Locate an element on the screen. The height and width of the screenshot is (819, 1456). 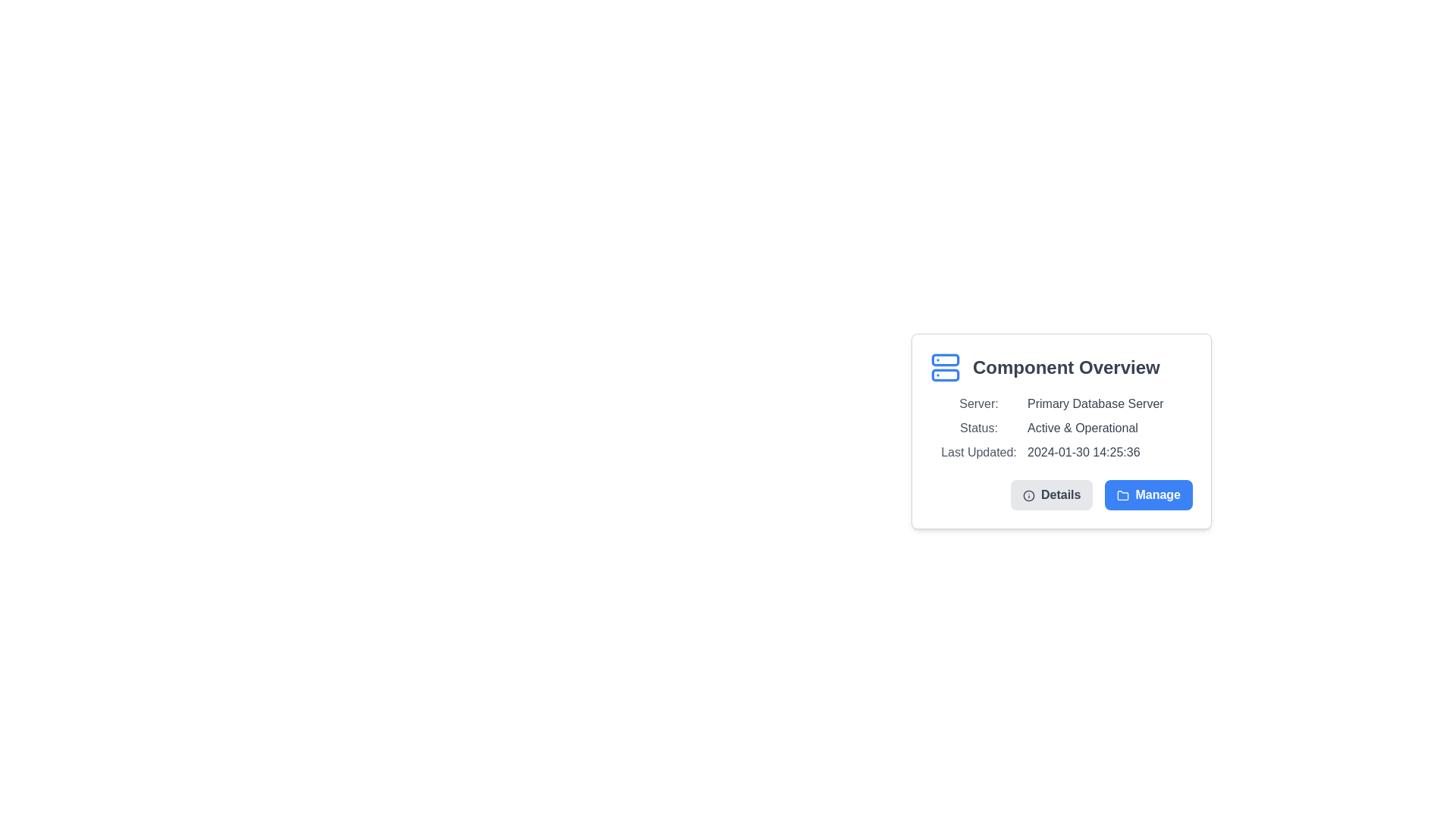
the text label 'Component Overview' which is styled with a bold and large font in gray color, located next to a blue server icon in a card-style interface is located at coordinates (1065, 368).